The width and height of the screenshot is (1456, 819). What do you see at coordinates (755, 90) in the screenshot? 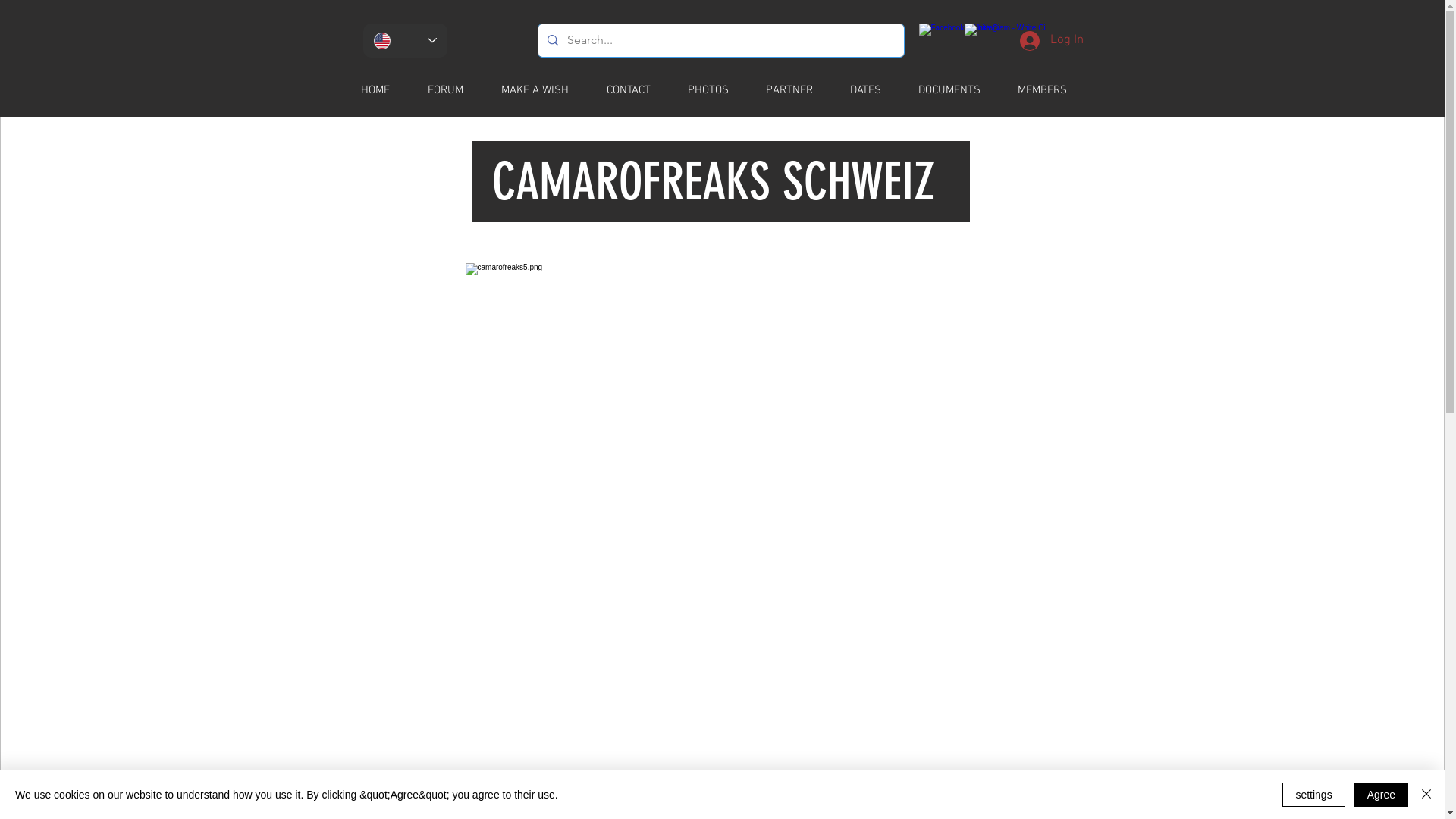
I see `'PARTNER'` at bounding box center [755, 90].